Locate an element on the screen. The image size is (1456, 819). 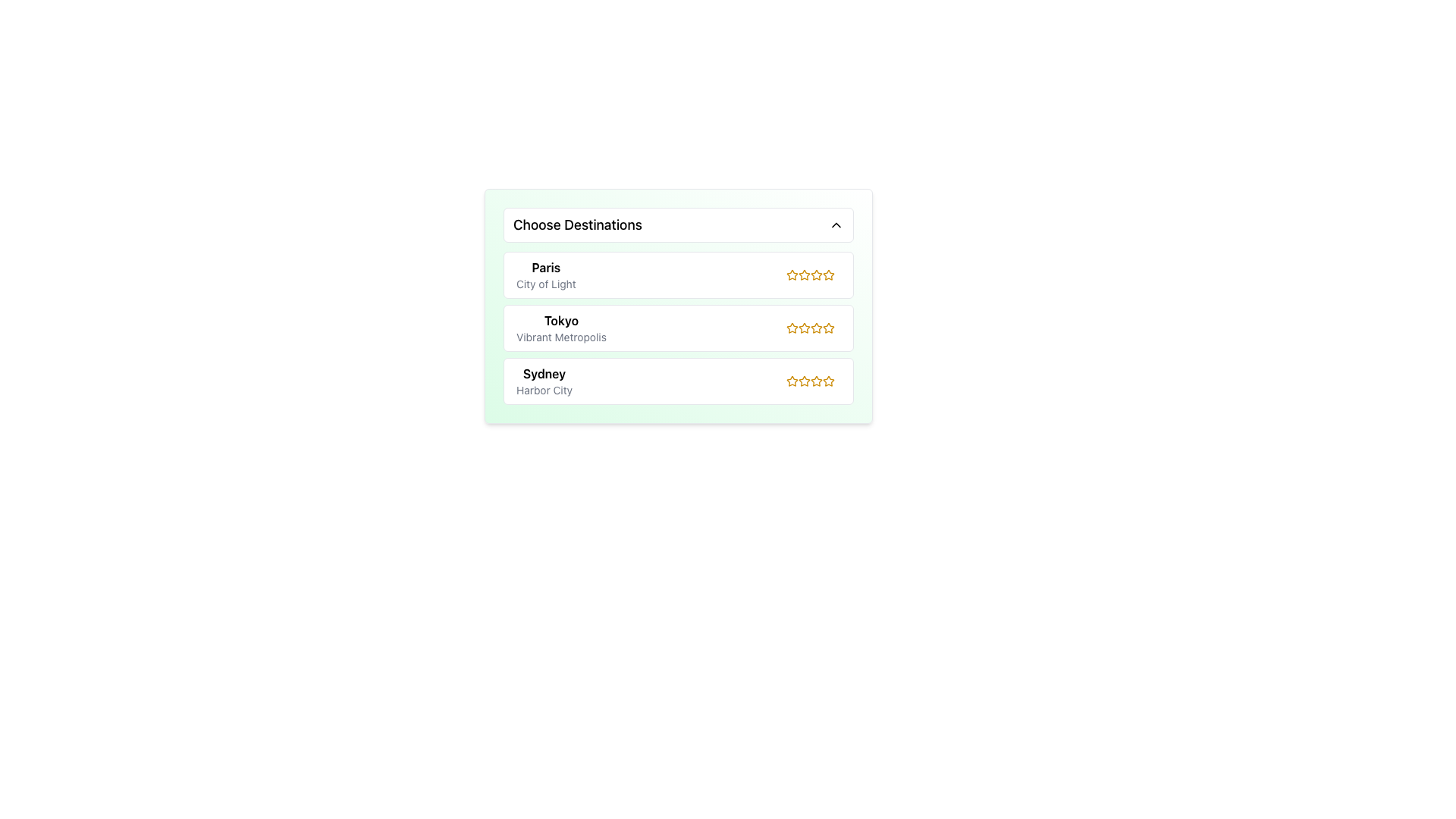
the fourth star in the rating component for the 'Tokyo' destination is located at coordinates (815, 327).